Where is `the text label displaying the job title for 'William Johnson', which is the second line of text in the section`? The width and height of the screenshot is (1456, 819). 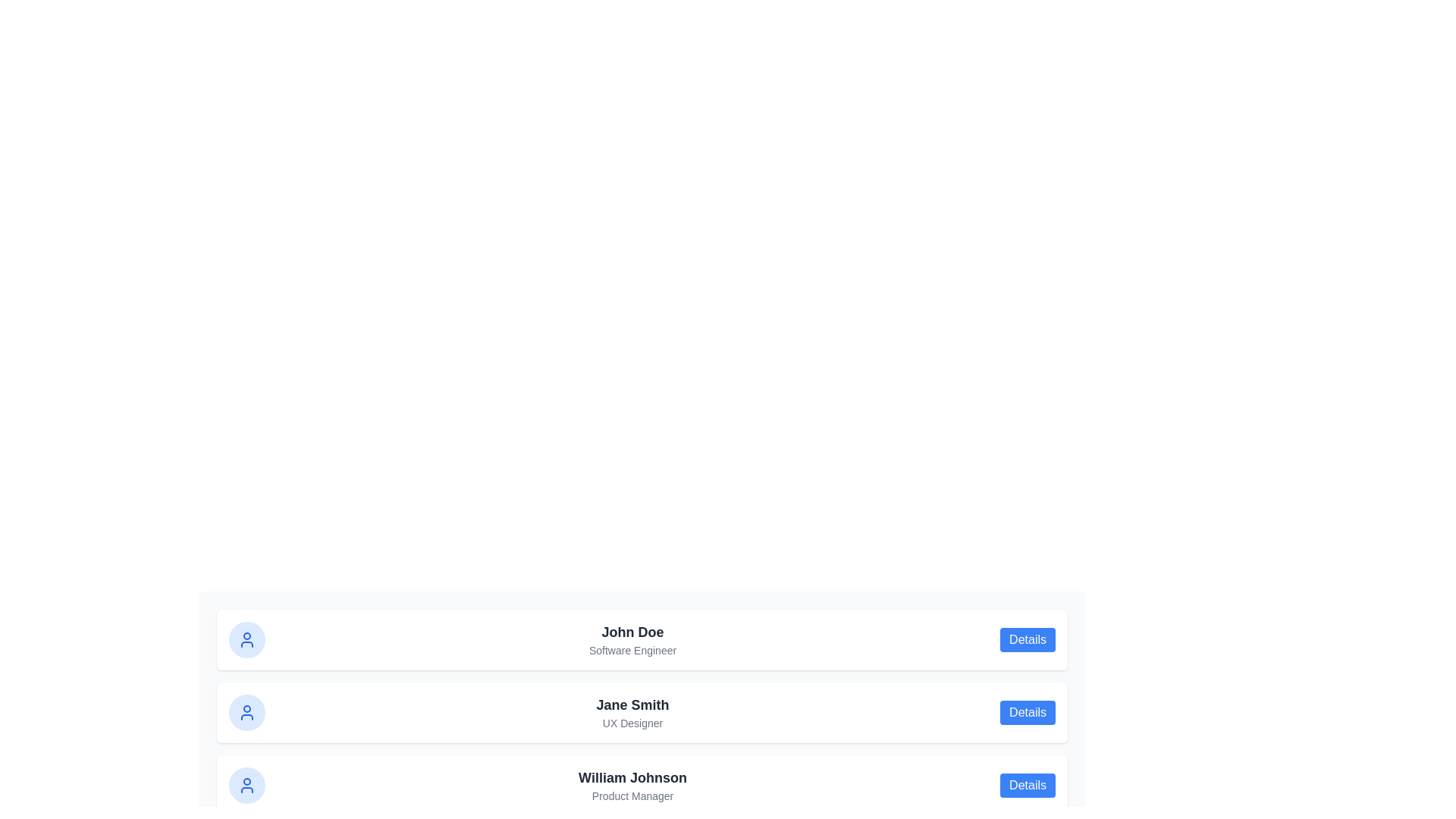
the text label displaying the job title for 'William Johnson', which is the second line of text in the section is located at coordinates (632, 795).